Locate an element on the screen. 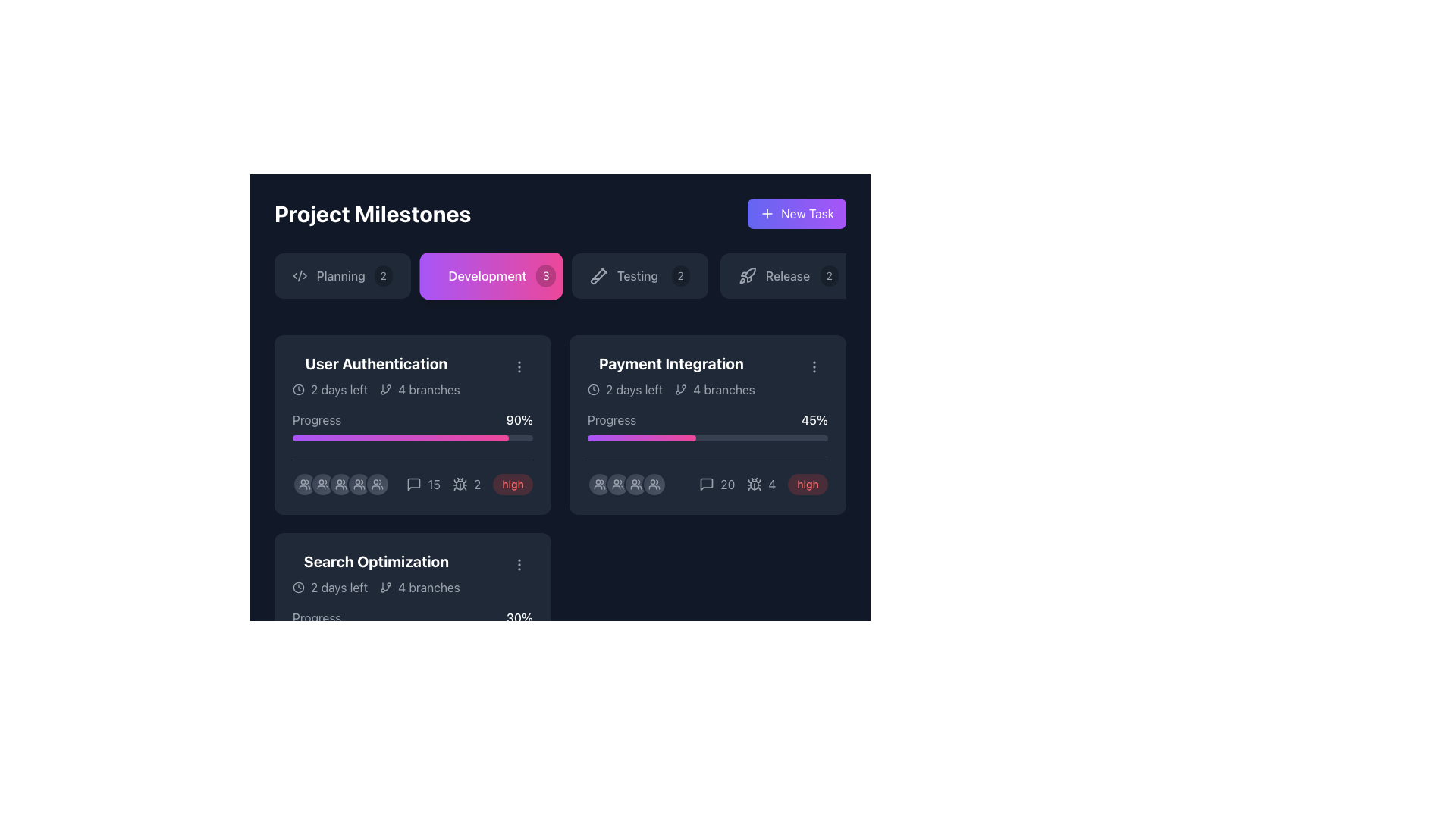 This screenshot has height=819, width=1456. the first rounded avatar-like user group icon located below the progress bar in the 'User Authentication' section of the 'Development' milestone card is located at coordinates (304, 485).